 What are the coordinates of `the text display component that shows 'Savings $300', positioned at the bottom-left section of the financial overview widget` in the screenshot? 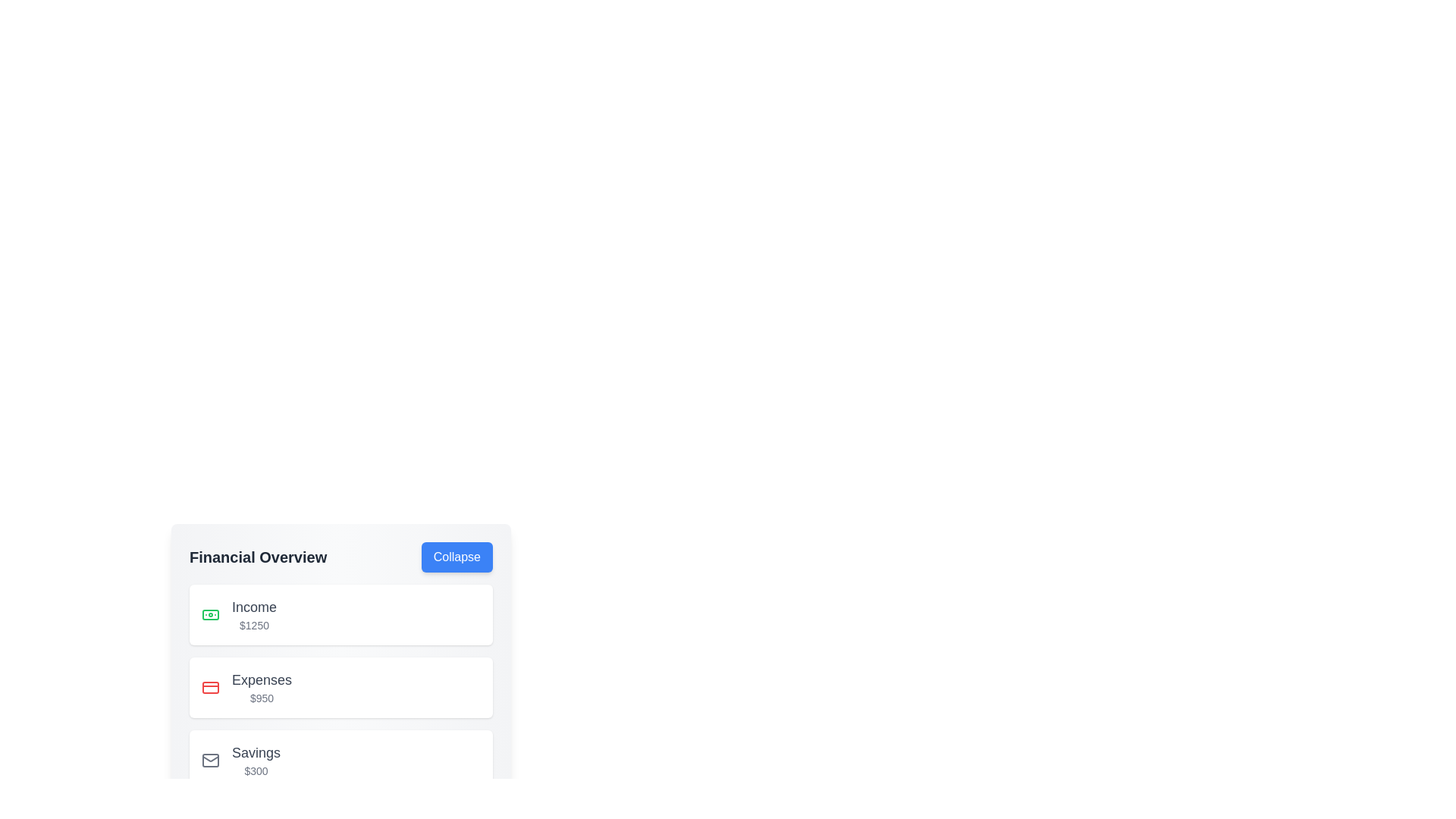 It's located at (256, 760).